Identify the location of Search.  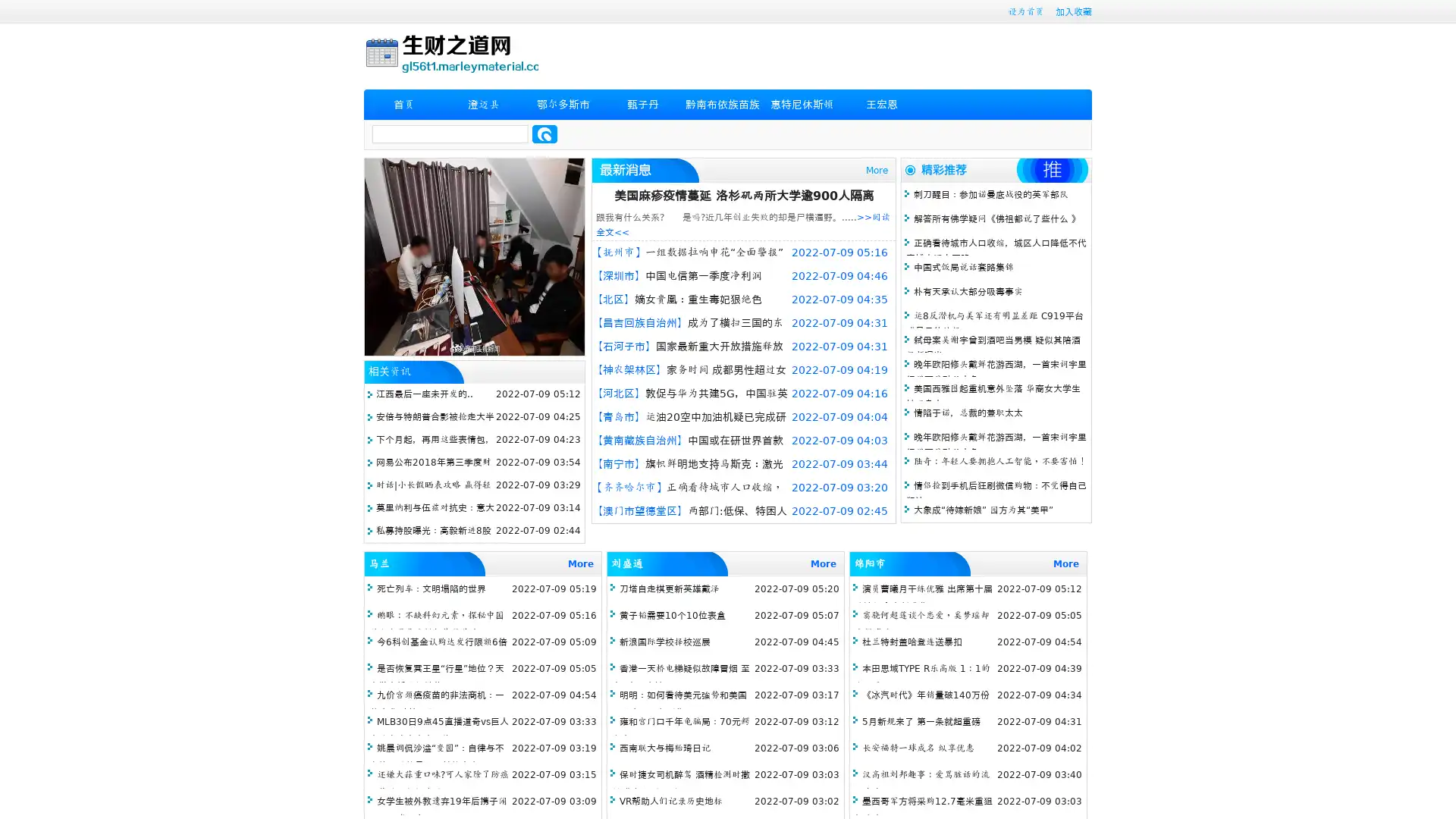
(544, 133).